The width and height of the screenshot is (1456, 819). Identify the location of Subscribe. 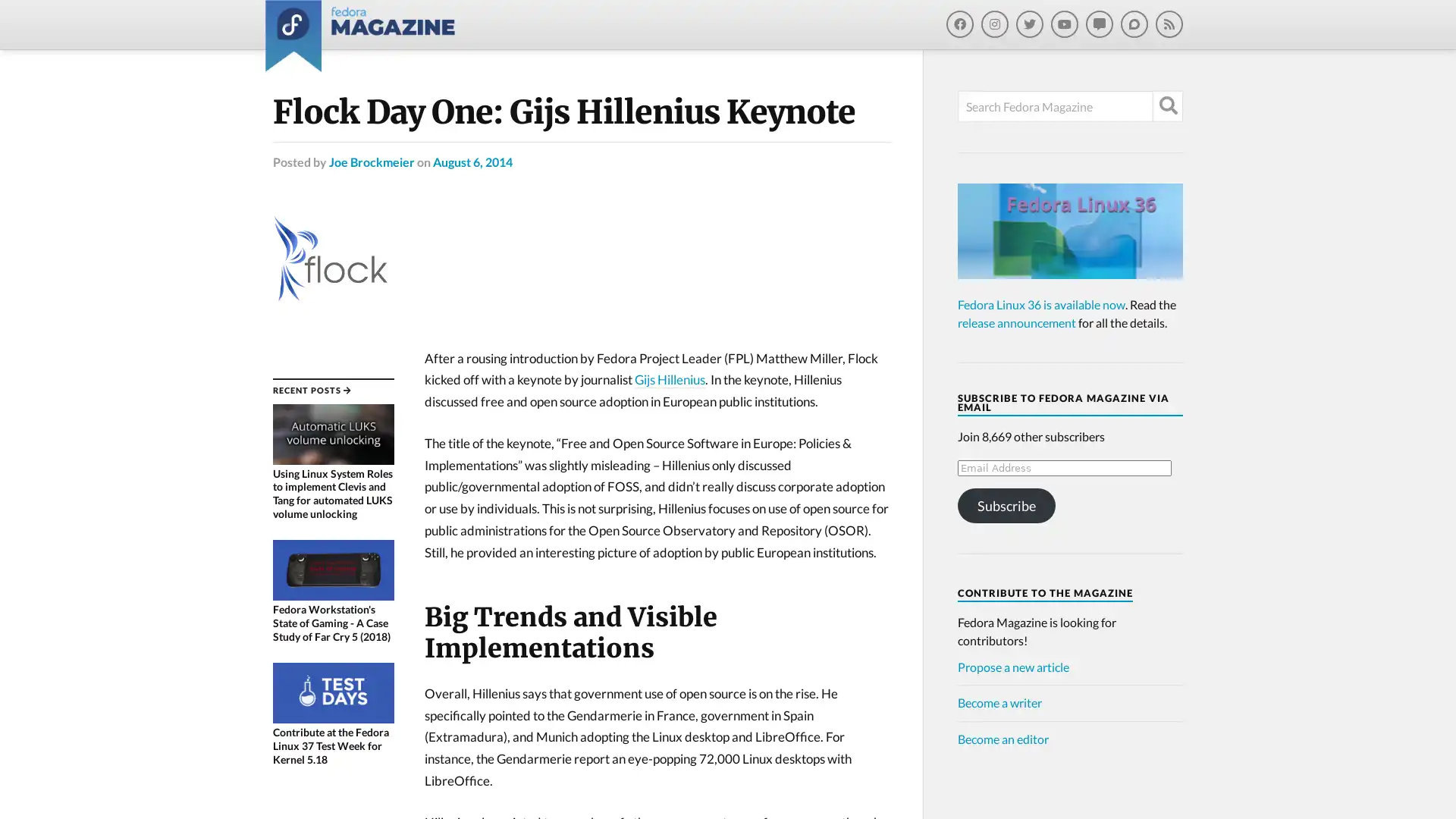
(1006, 506).